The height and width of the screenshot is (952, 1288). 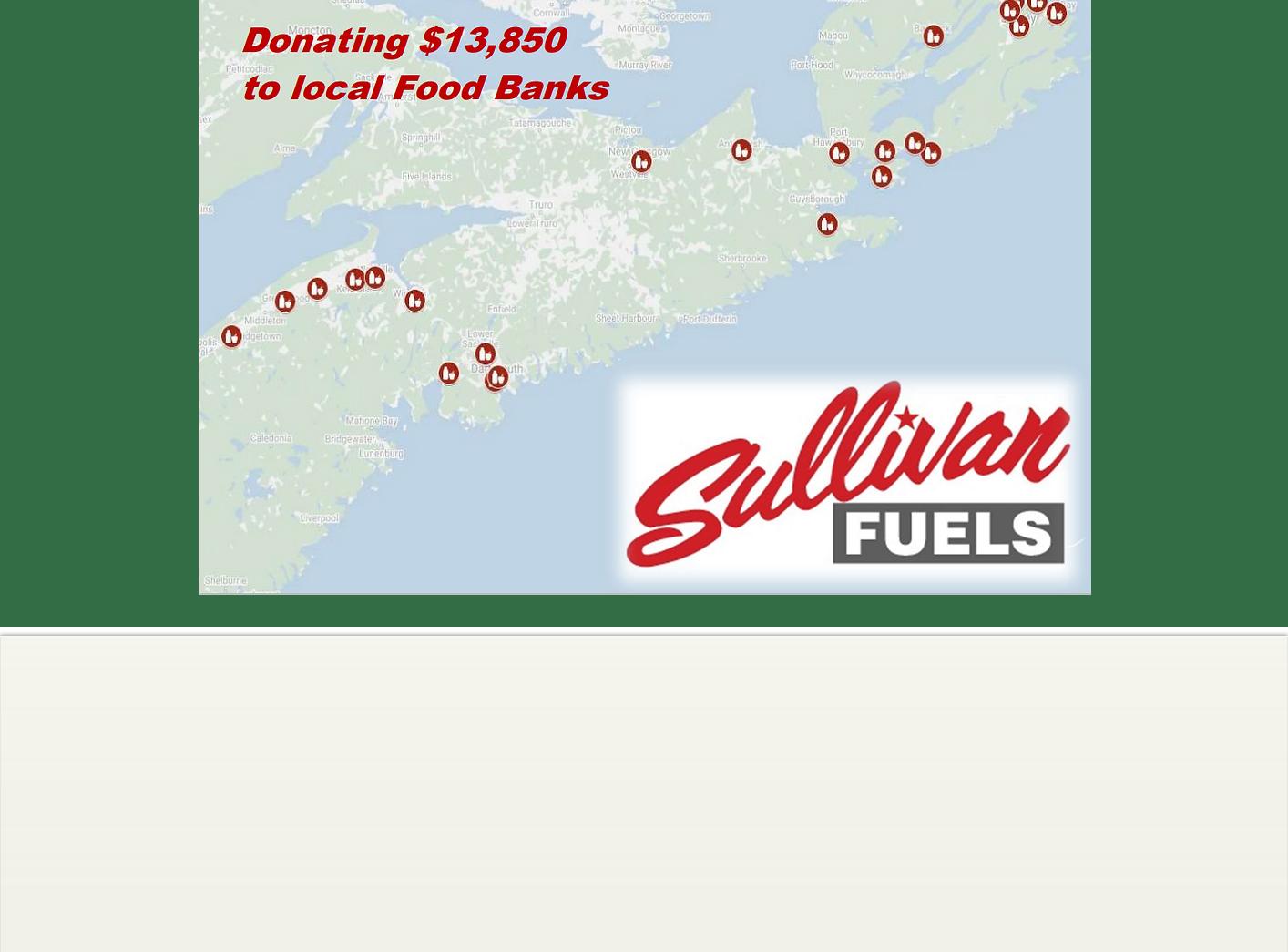 What do you see at coordinates (997, 692) in the screenshot?
I see `'Lower Sackville, NS'` at bounding box center [997, 692].